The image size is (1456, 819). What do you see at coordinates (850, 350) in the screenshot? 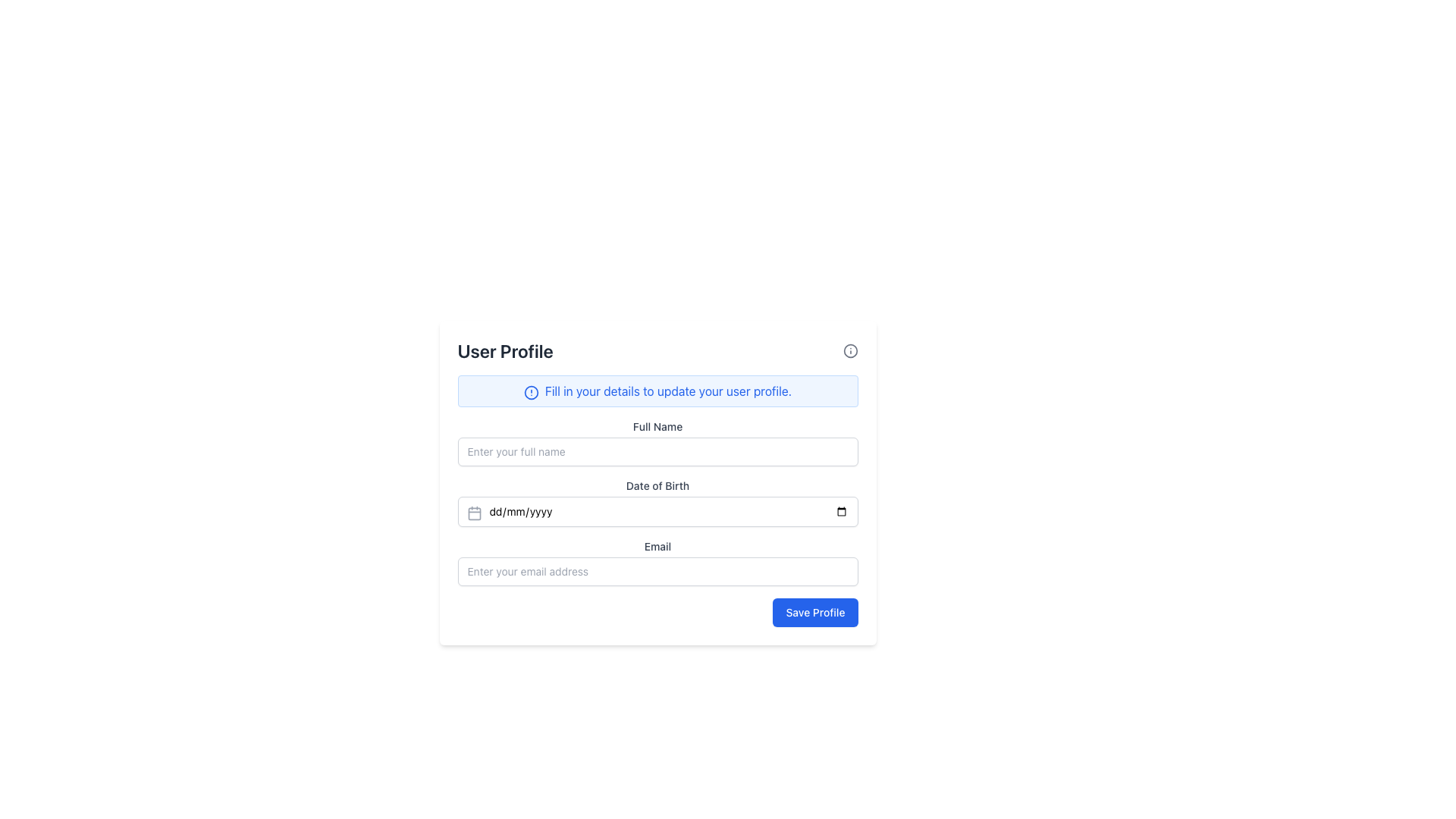
I see `the informational guidance icon in the top-right corner of the 'User Profile' section` at bounding box center [850, 350].